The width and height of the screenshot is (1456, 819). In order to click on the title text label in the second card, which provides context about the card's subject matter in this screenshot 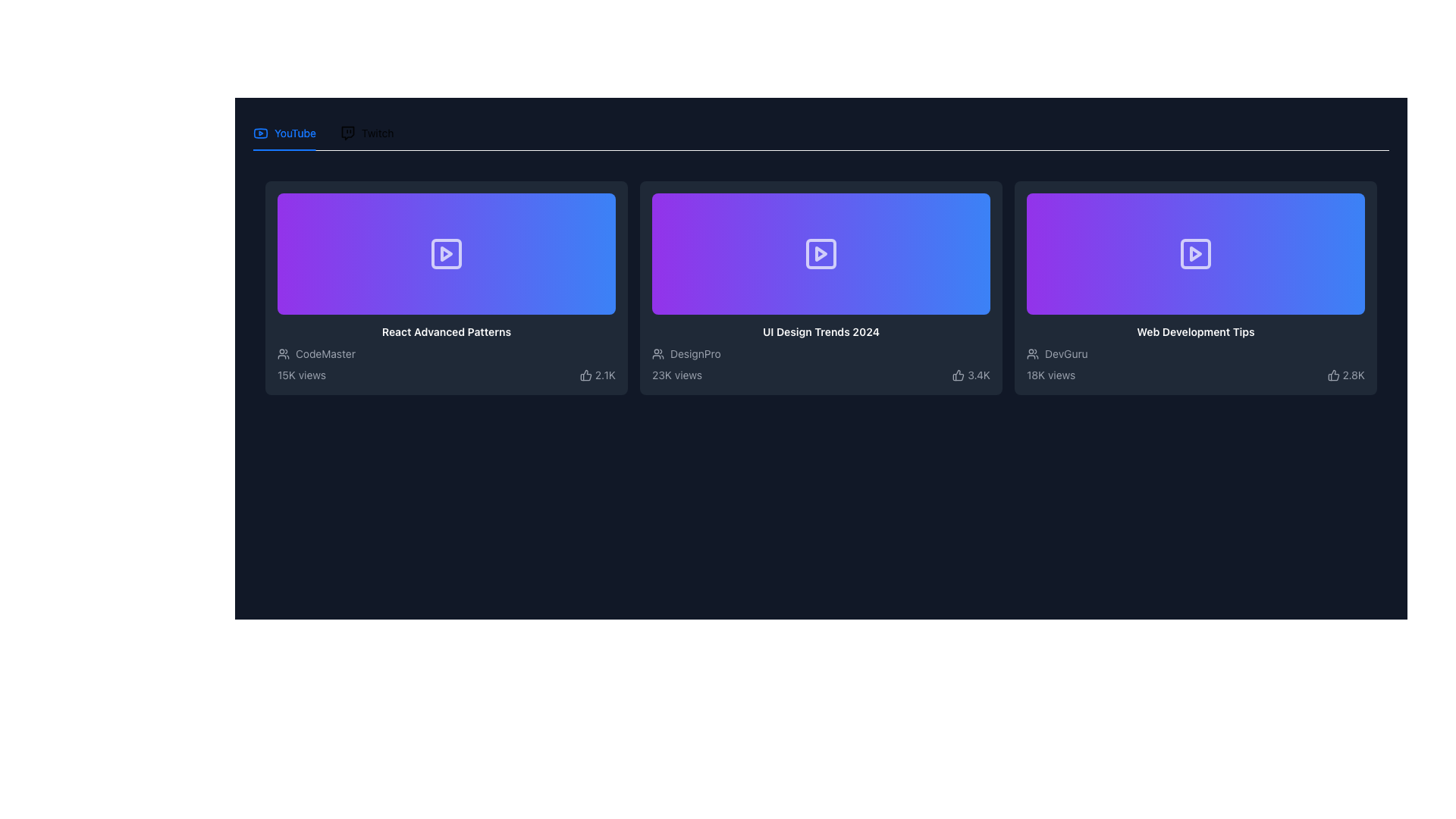, I will do `click(821, 331)`.